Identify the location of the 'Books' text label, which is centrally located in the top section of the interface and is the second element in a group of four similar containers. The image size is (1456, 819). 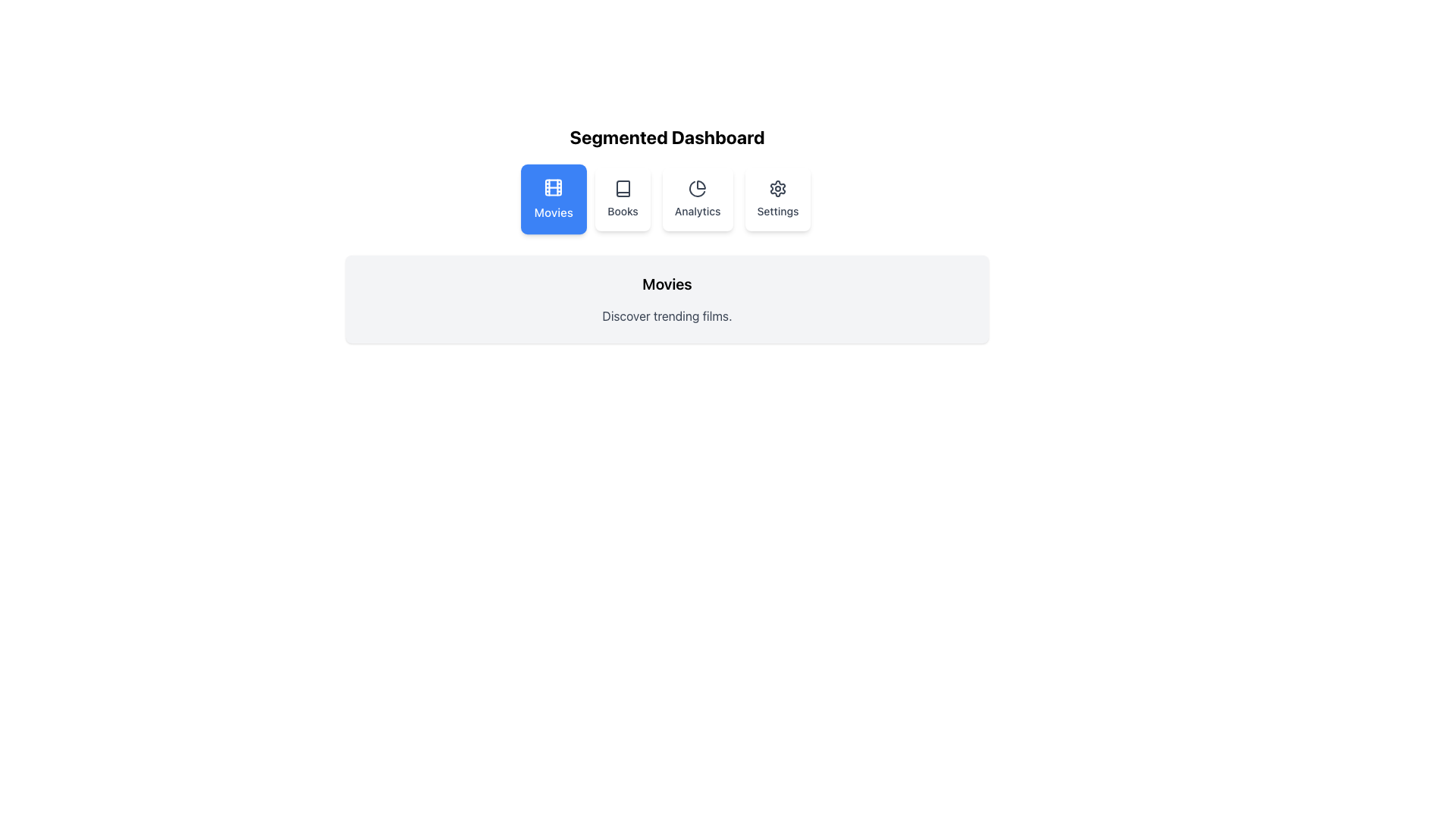
(623, 211).